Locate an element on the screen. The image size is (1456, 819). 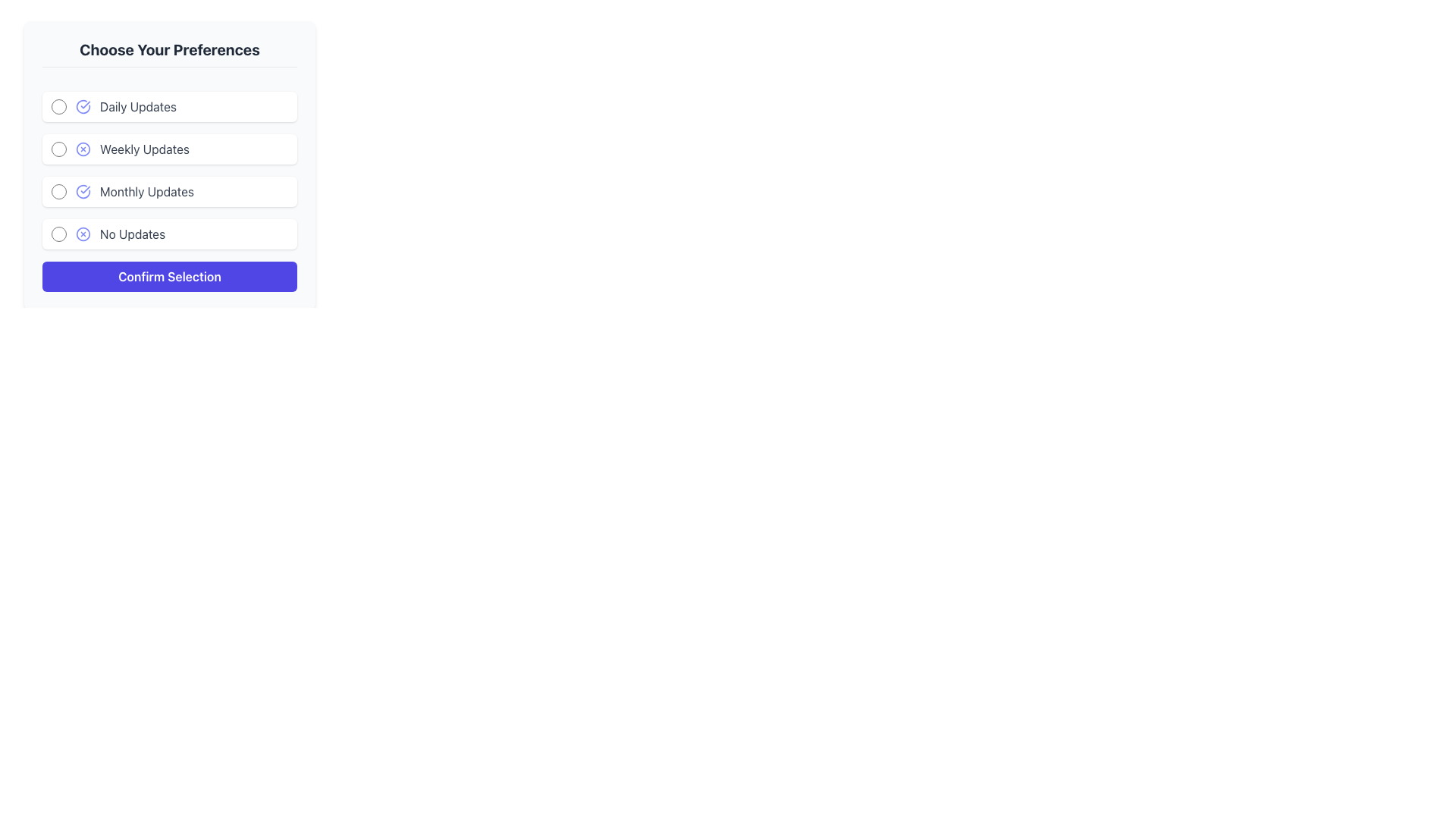
the 'Monthly Updates' radio button option in the preference selection form is located at coordinates (170, 191).